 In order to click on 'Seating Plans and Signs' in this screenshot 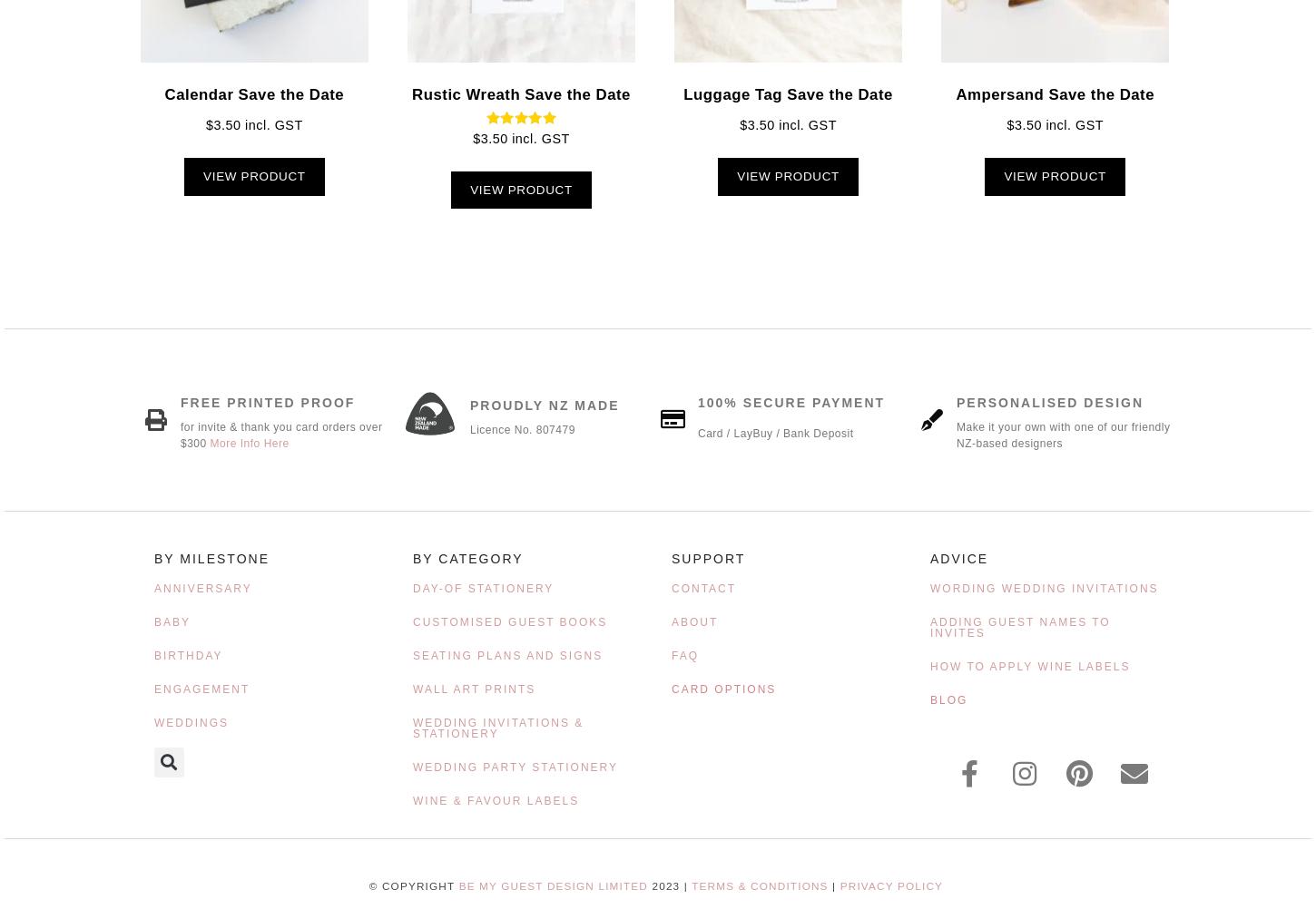, I will do `click(507, 654)`.